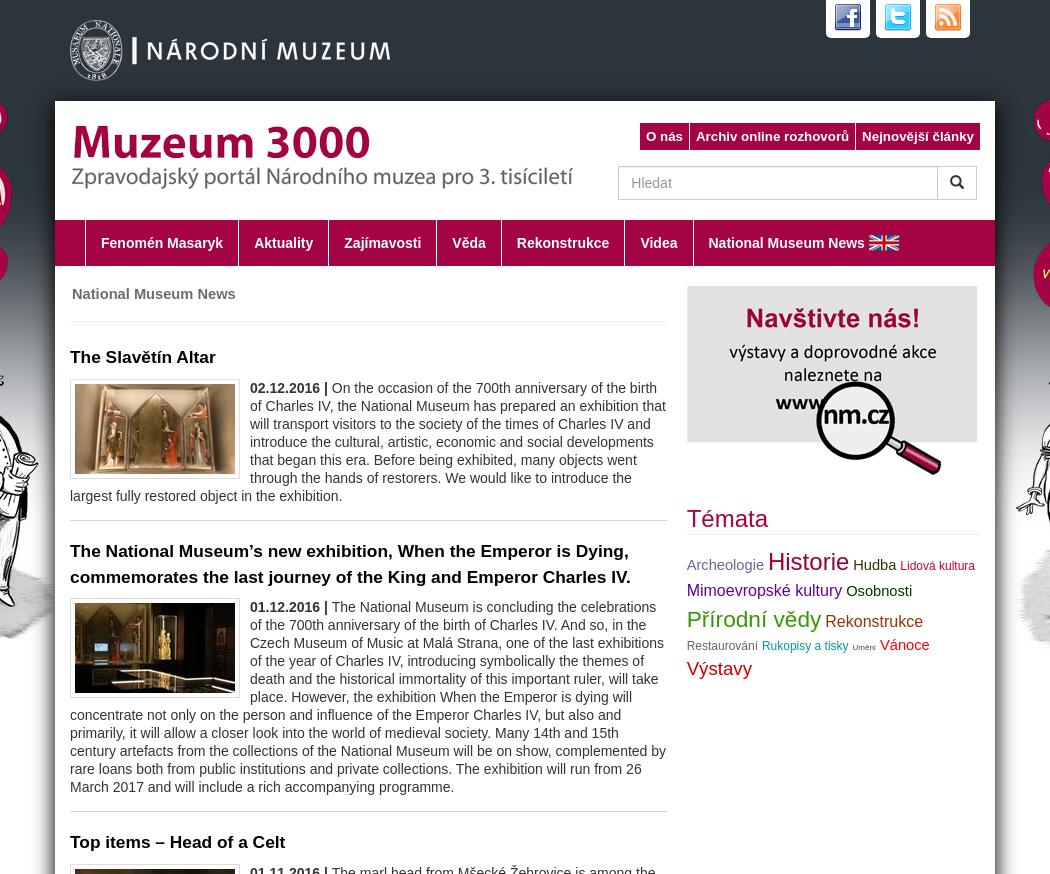 This screenshot has height=874, width=1050. Describe the element at coordinates (663, 136) in the screenshot. I see `'O nás'` at that location.